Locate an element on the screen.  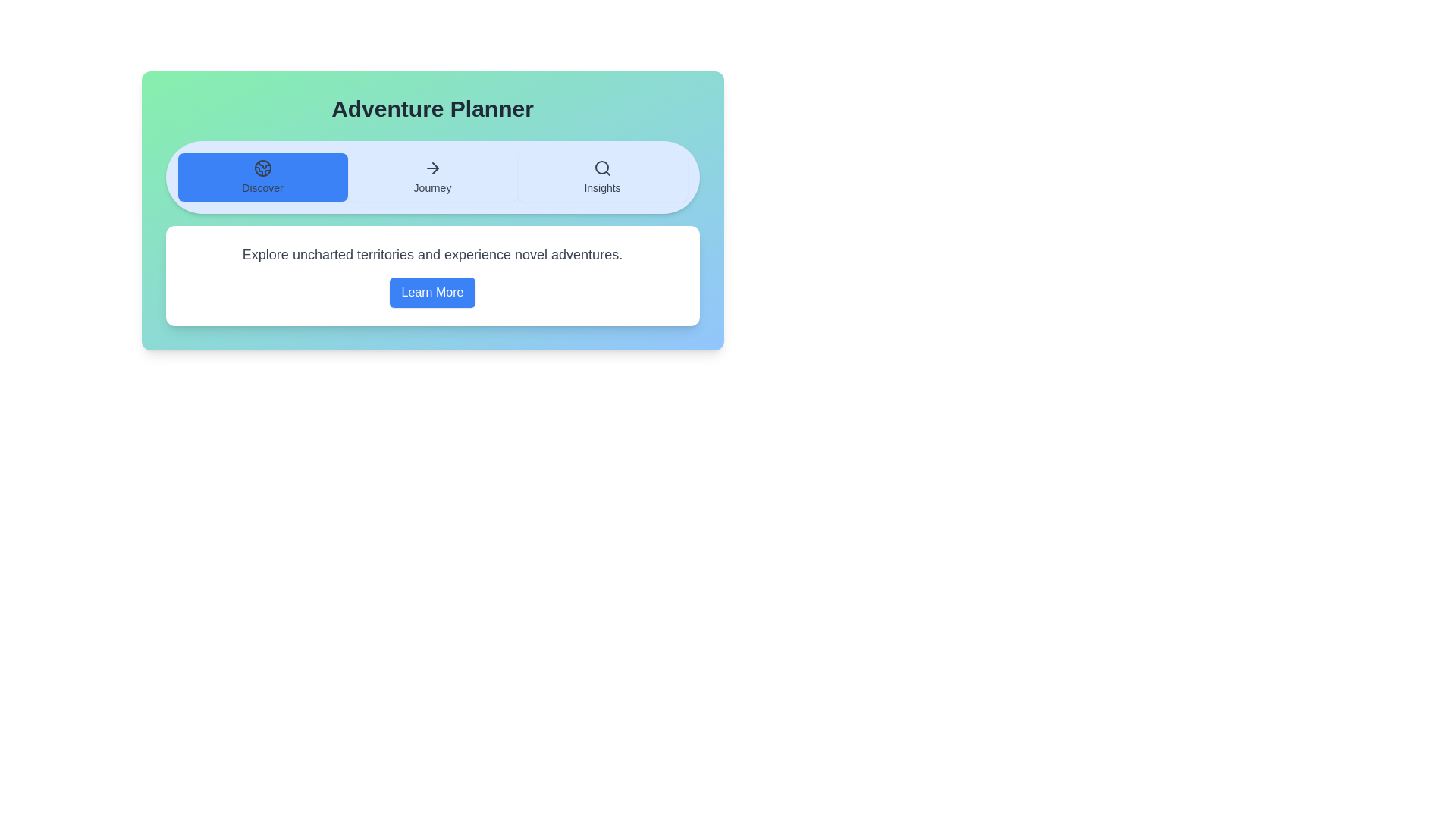
the rightward-pointing arrow icon within the 'Journey' tab, which is styled with a minimalist outline design and has a soft blue background is located at coordinates (431, 168).